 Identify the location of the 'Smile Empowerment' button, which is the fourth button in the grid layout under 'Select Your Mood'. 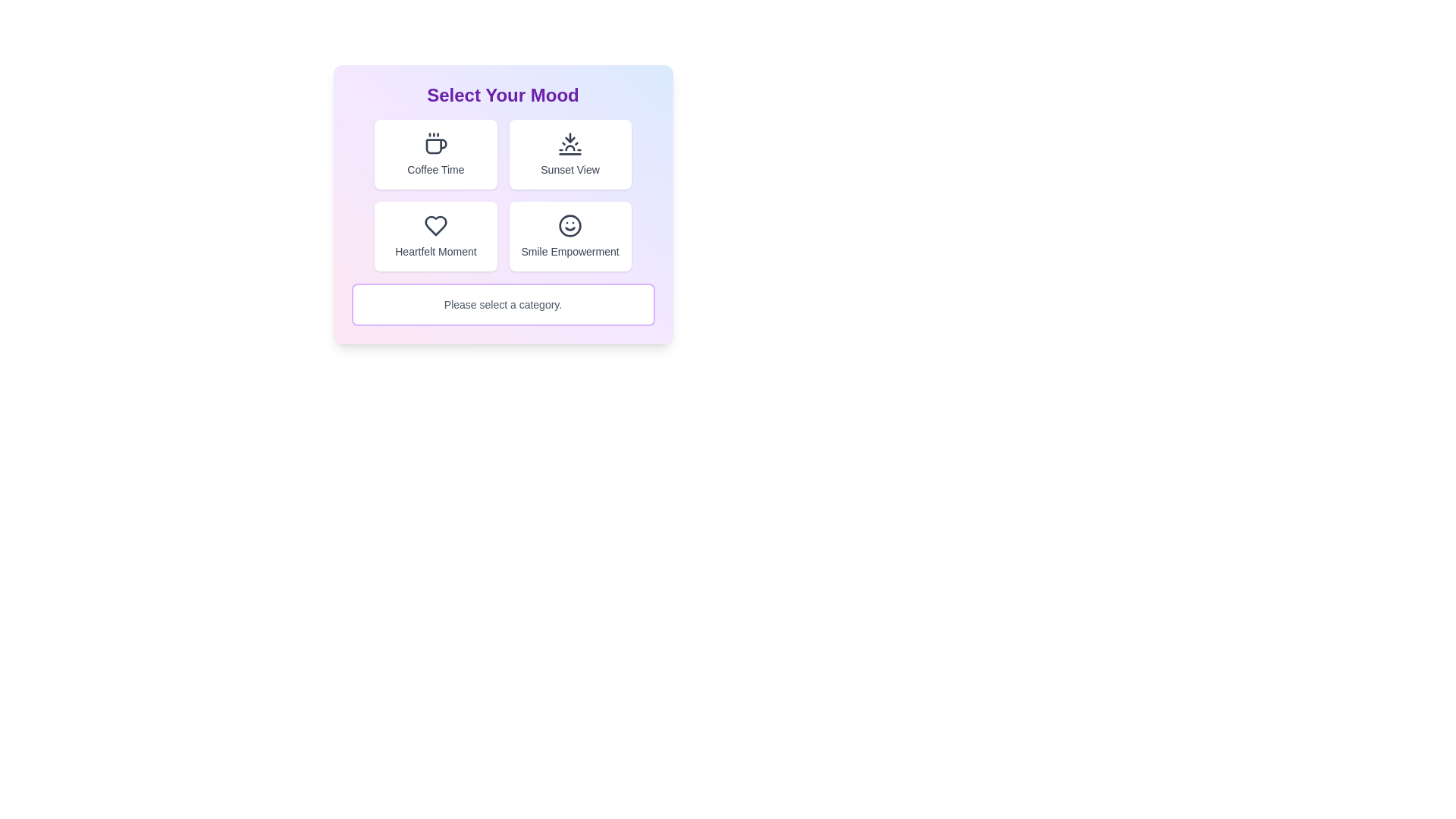
(570, 237).